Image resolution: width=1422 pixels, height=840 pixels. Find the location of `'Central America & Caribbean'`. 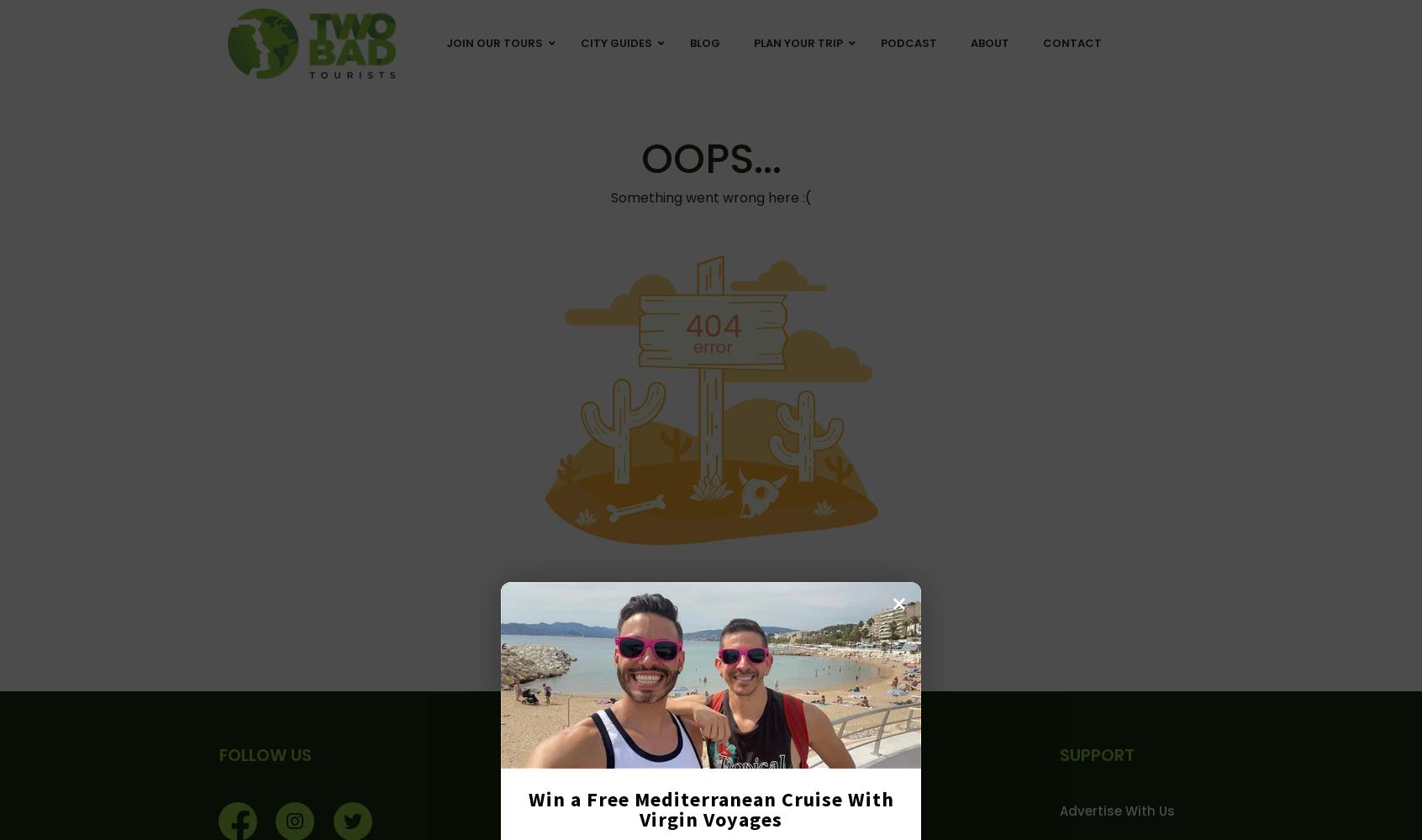

'Central America & Caribbean' is located at coordinates (446, 144).